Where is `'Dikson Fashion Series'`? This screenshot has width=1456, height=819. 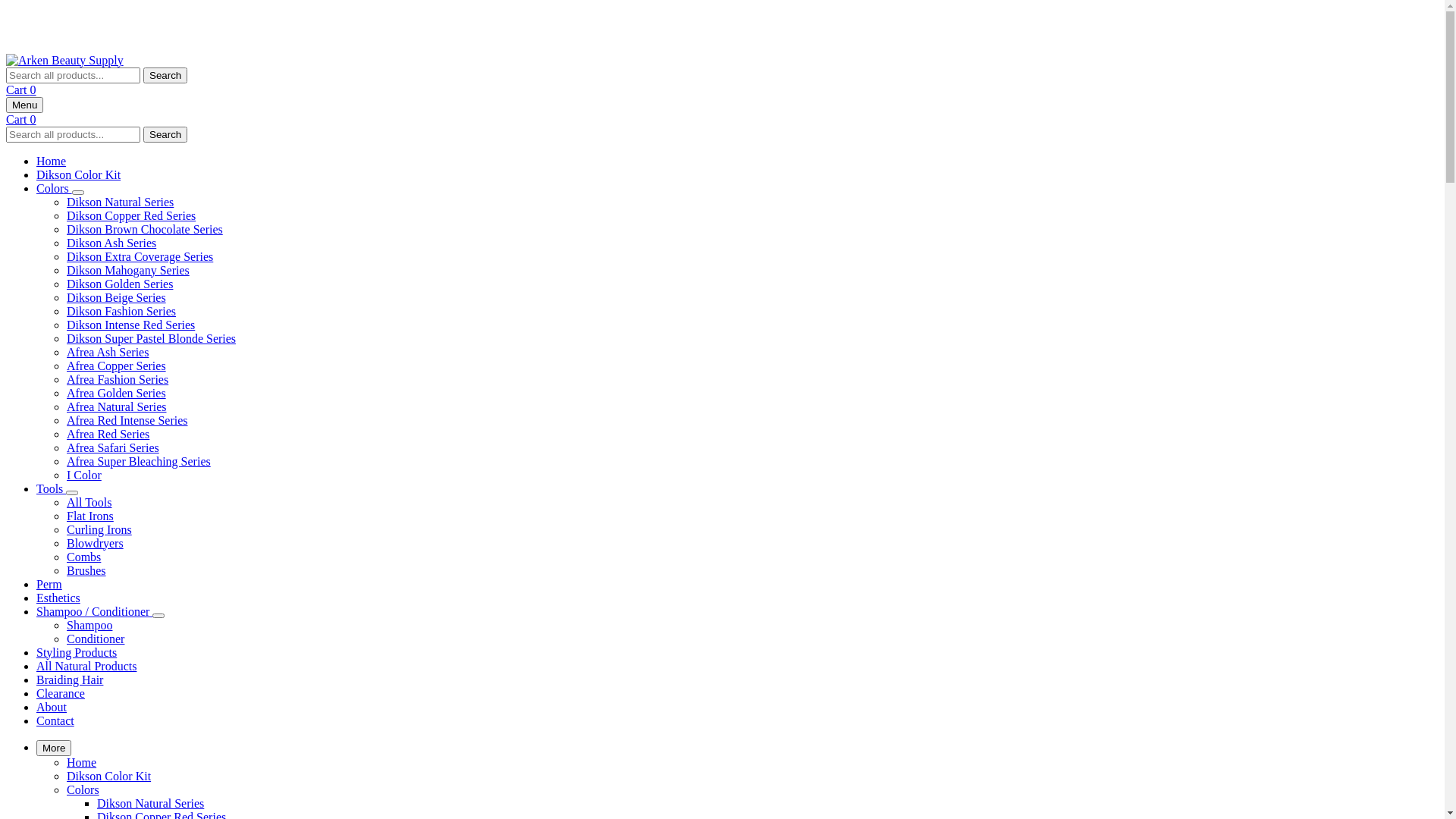 'Dikson Fashion Series' is located at coordinates (120, 310).